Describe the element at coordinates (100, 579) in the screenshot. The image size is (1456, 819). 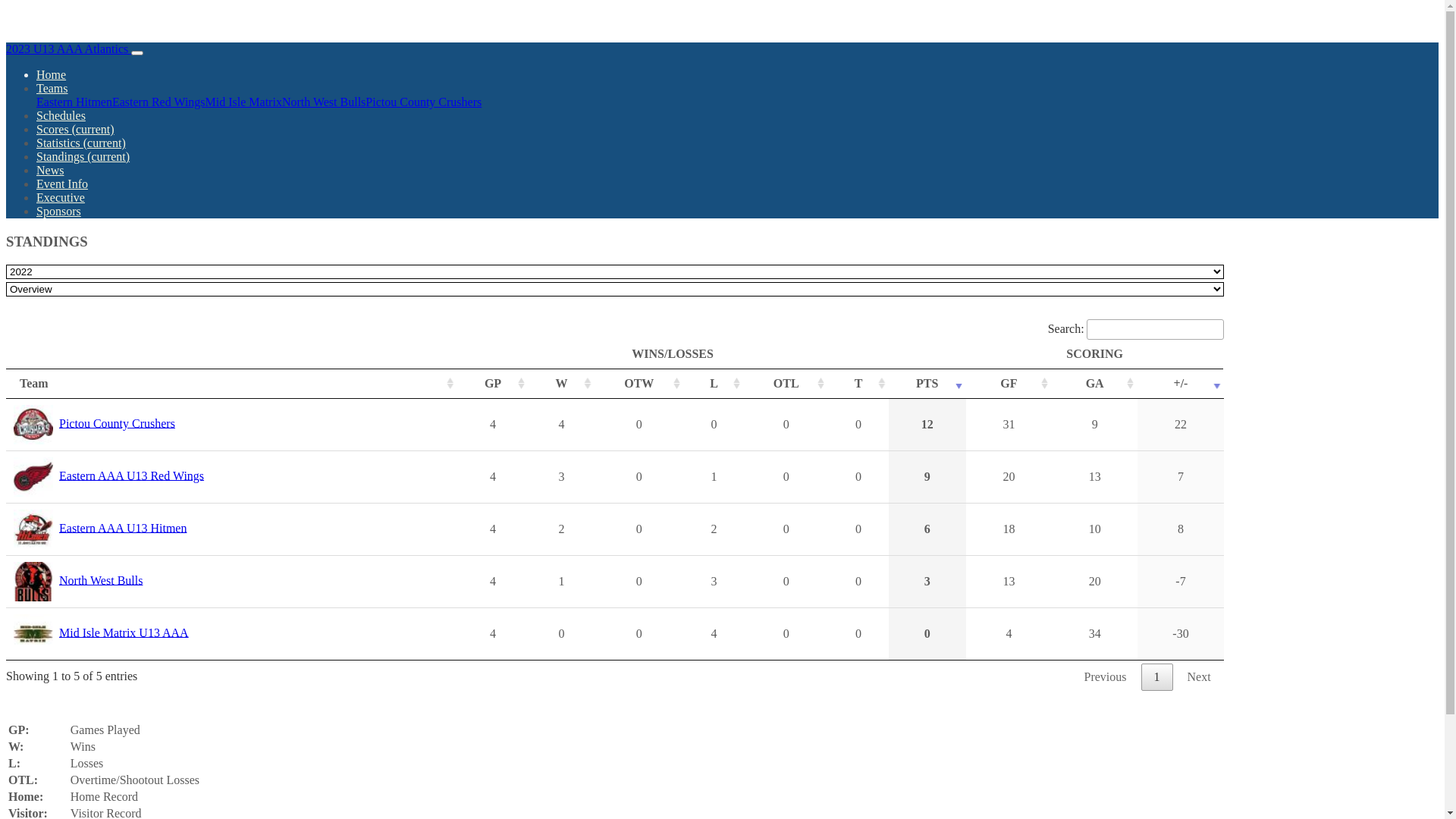
I see `'North West Bulls'` at that location.